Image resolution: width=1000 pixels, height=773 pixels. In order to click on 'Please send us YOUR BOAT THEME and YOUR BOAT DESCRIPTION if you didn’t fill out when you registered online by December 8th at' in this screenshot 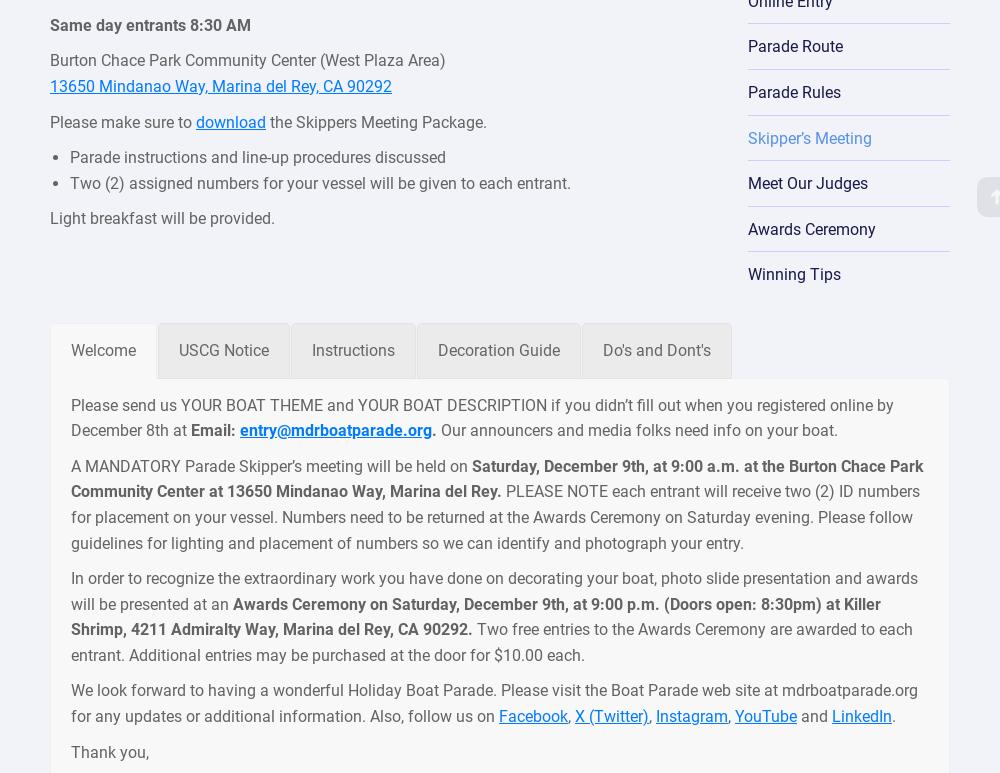, I will do `click(481, 416)`.